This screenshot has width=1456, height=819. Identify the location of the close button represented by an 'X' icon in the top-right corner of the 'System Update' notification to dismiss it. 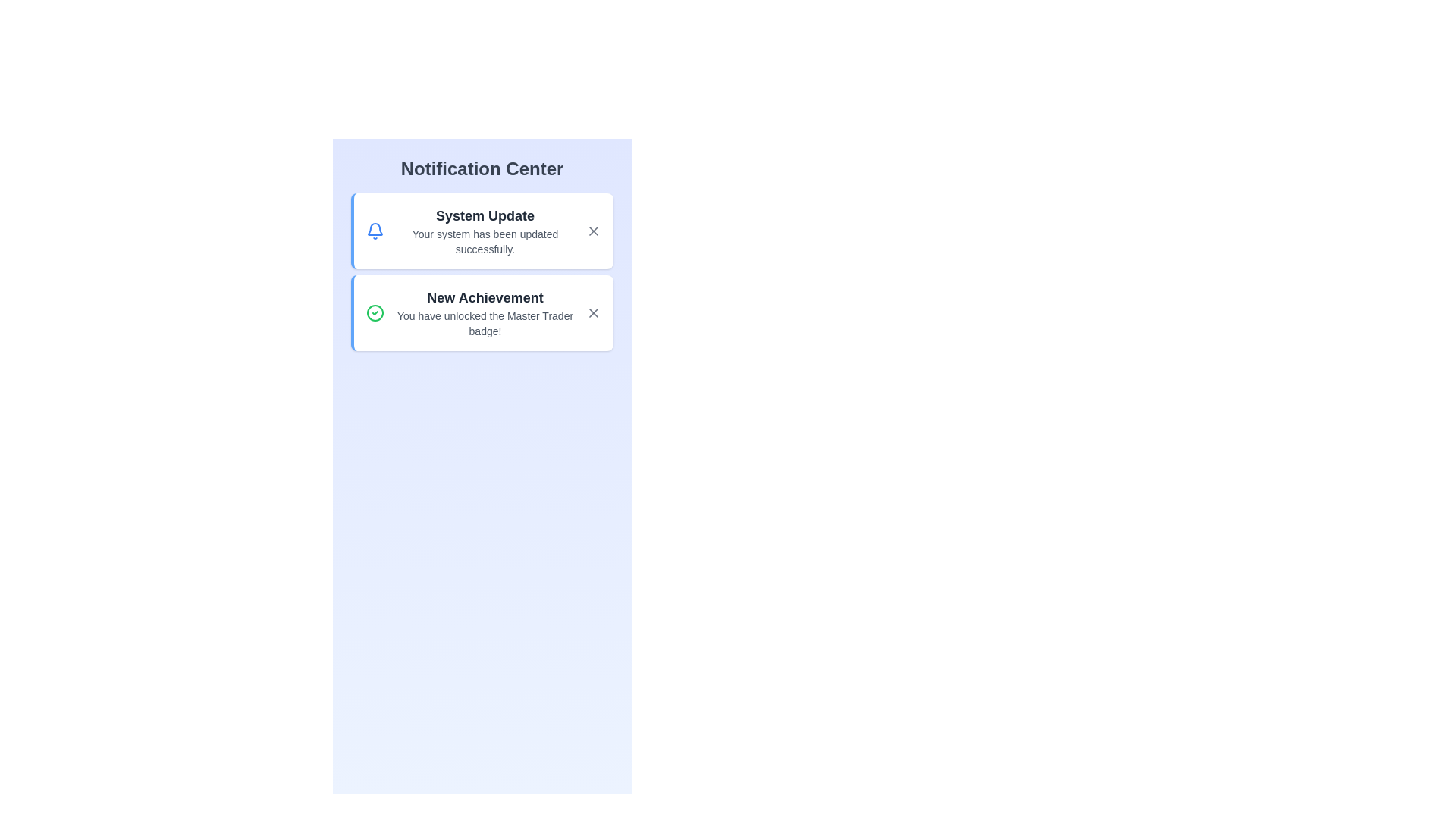
(592, 231).